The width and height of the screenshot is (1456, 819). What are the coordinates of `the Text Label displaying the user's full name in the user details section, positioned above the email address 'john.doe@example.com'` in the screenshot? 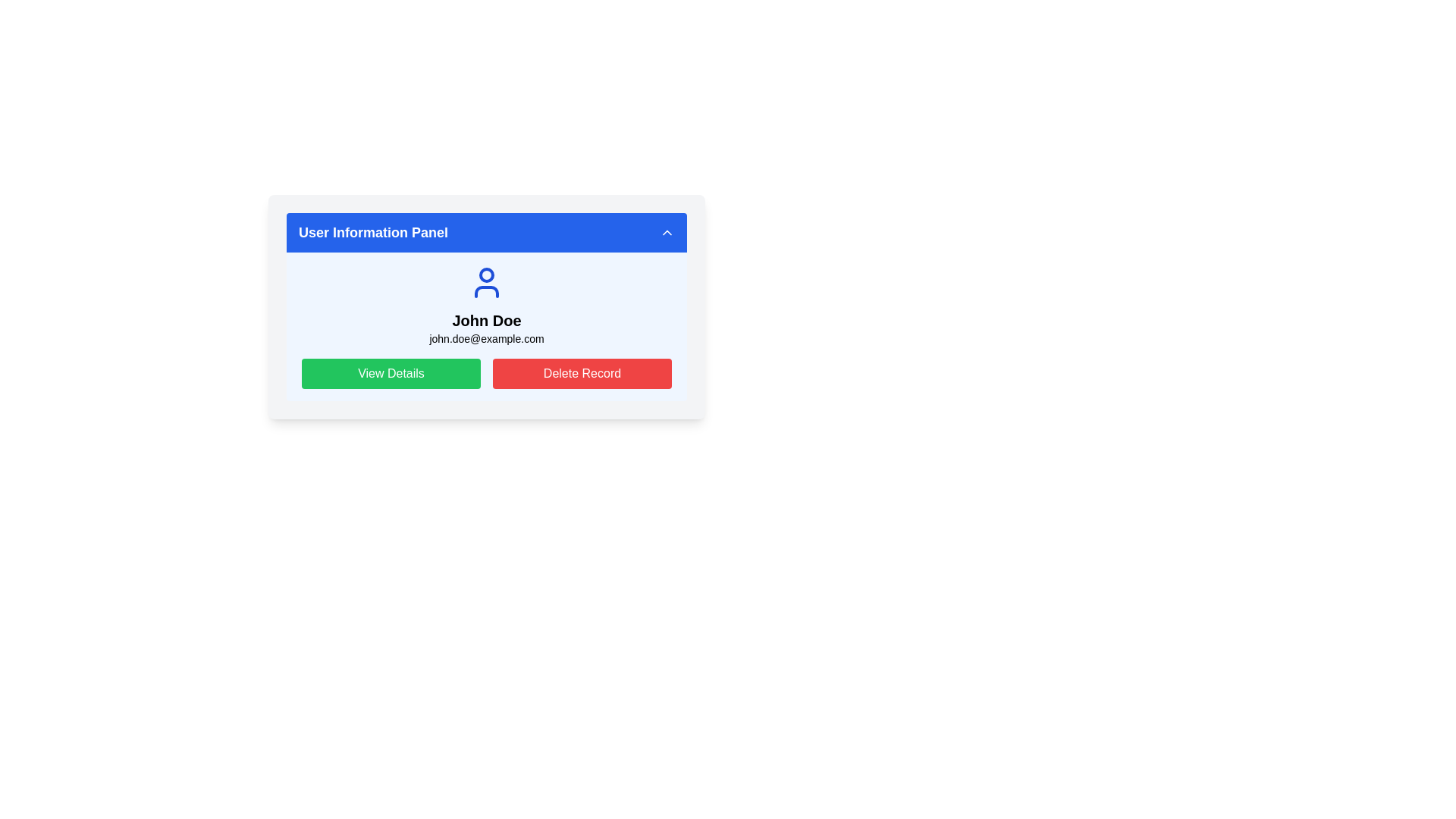 It's located at (487, 320).